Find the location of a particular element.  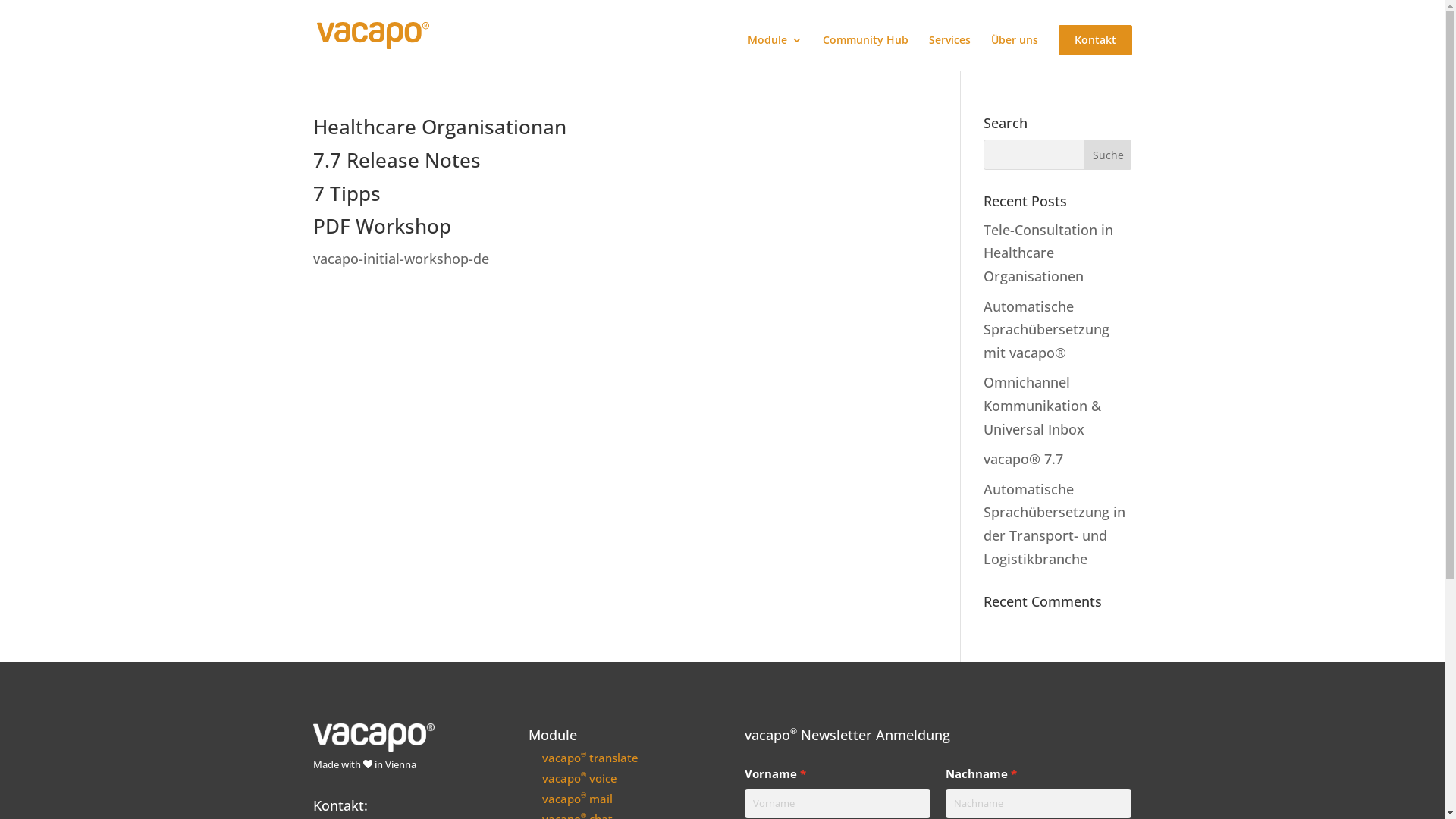

'Omnichannel Kommunikation & Universal Inbox' is located at coordinates (1041, 404).